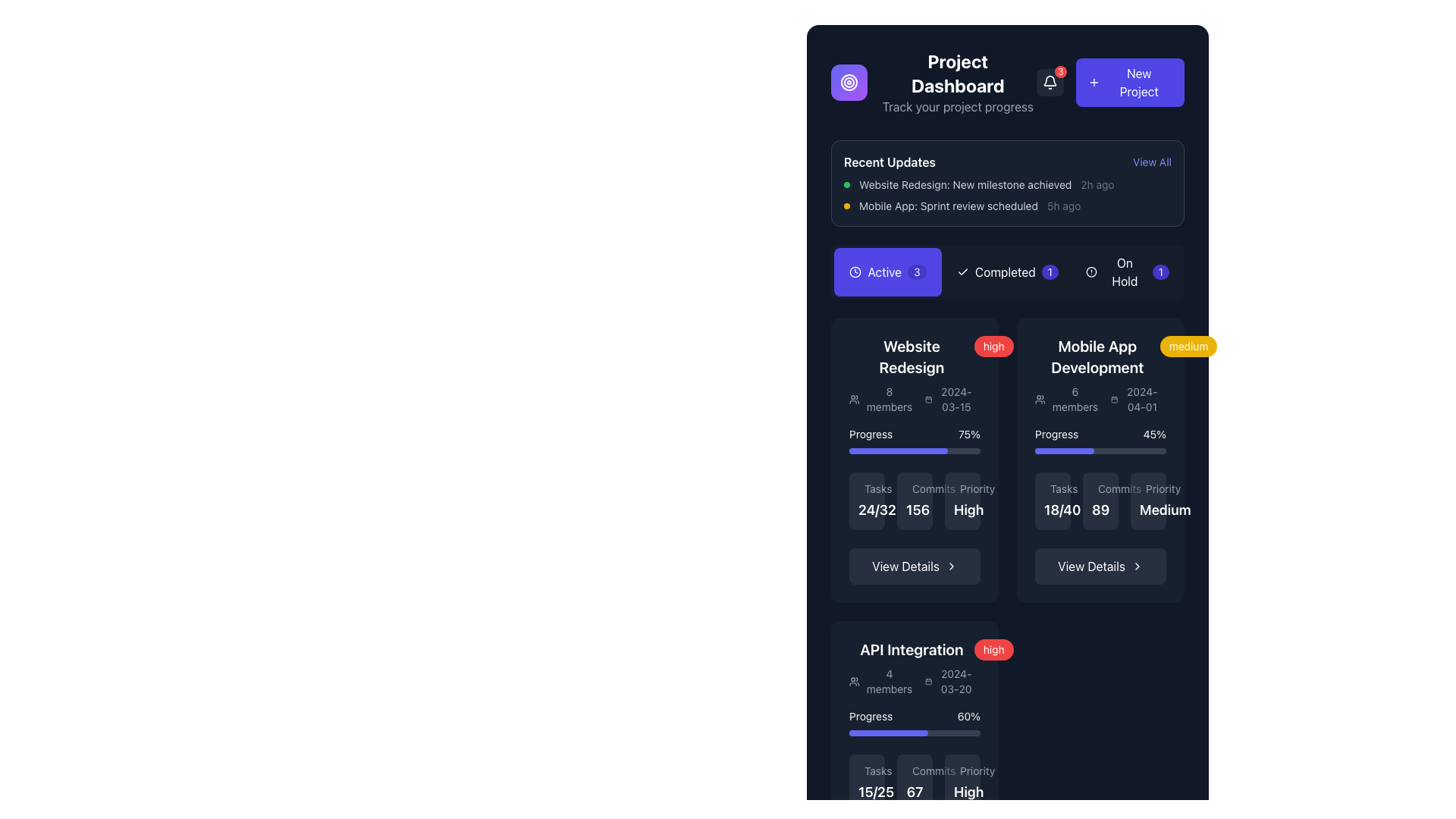 The height and width of the screenshot is (819, 1456). What do you see at coordinates (950, 566) in the screenshot?
I see `the rightward-facing chevron-shaped arrow icon that is located adjacent to the 'View Details' button, indicating a forward action` at bounding box center [950, 566].